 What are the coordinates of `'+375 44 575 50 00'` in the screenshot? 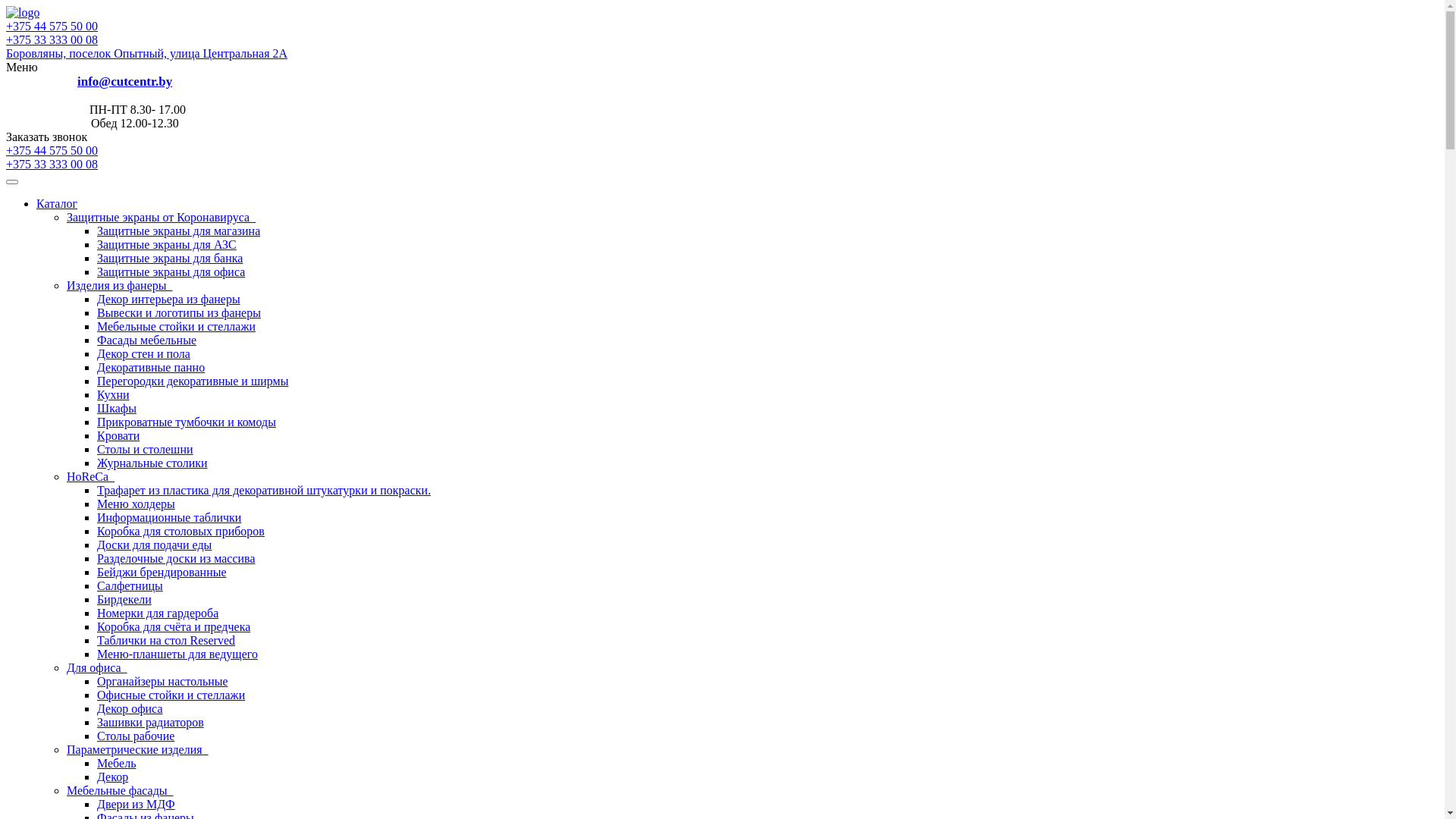 It's located at (721, 151).